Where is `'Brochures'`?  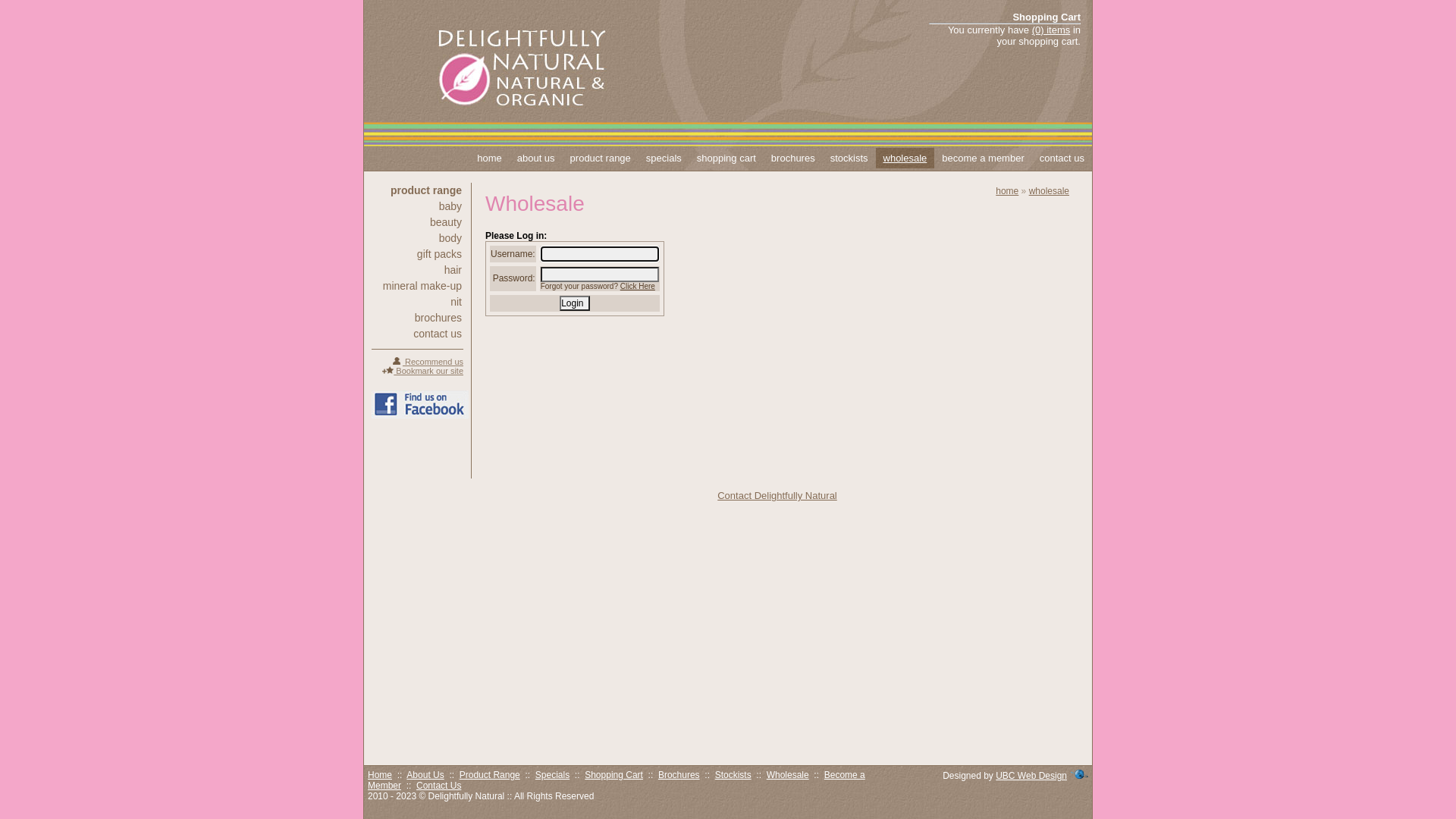
'Brochures' is located at coordinates (658, 775).